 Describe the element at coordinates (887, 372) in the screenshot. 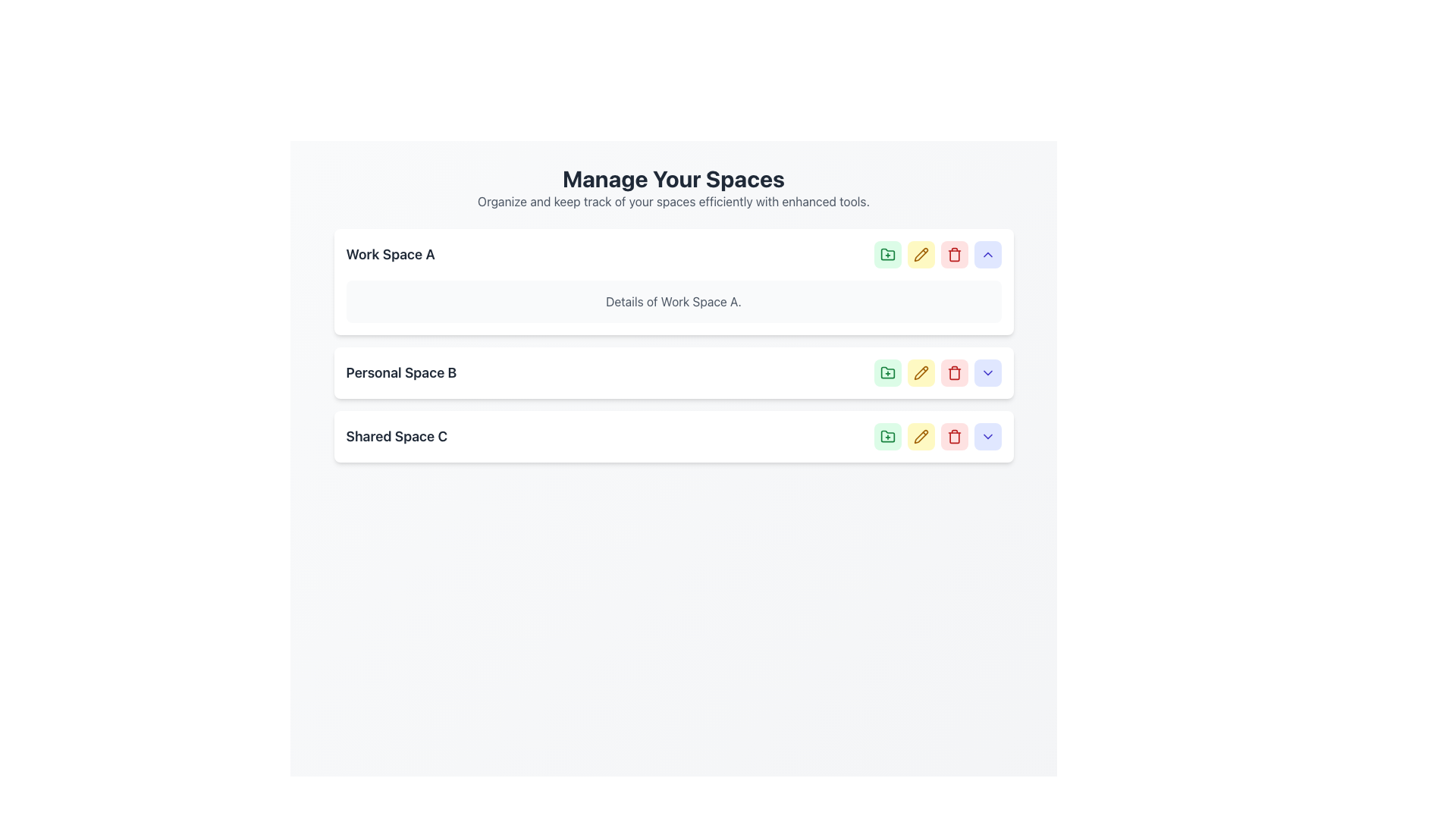

I see `the icon to the right of 'Shared Space C' in the third row of the space list` at that location.